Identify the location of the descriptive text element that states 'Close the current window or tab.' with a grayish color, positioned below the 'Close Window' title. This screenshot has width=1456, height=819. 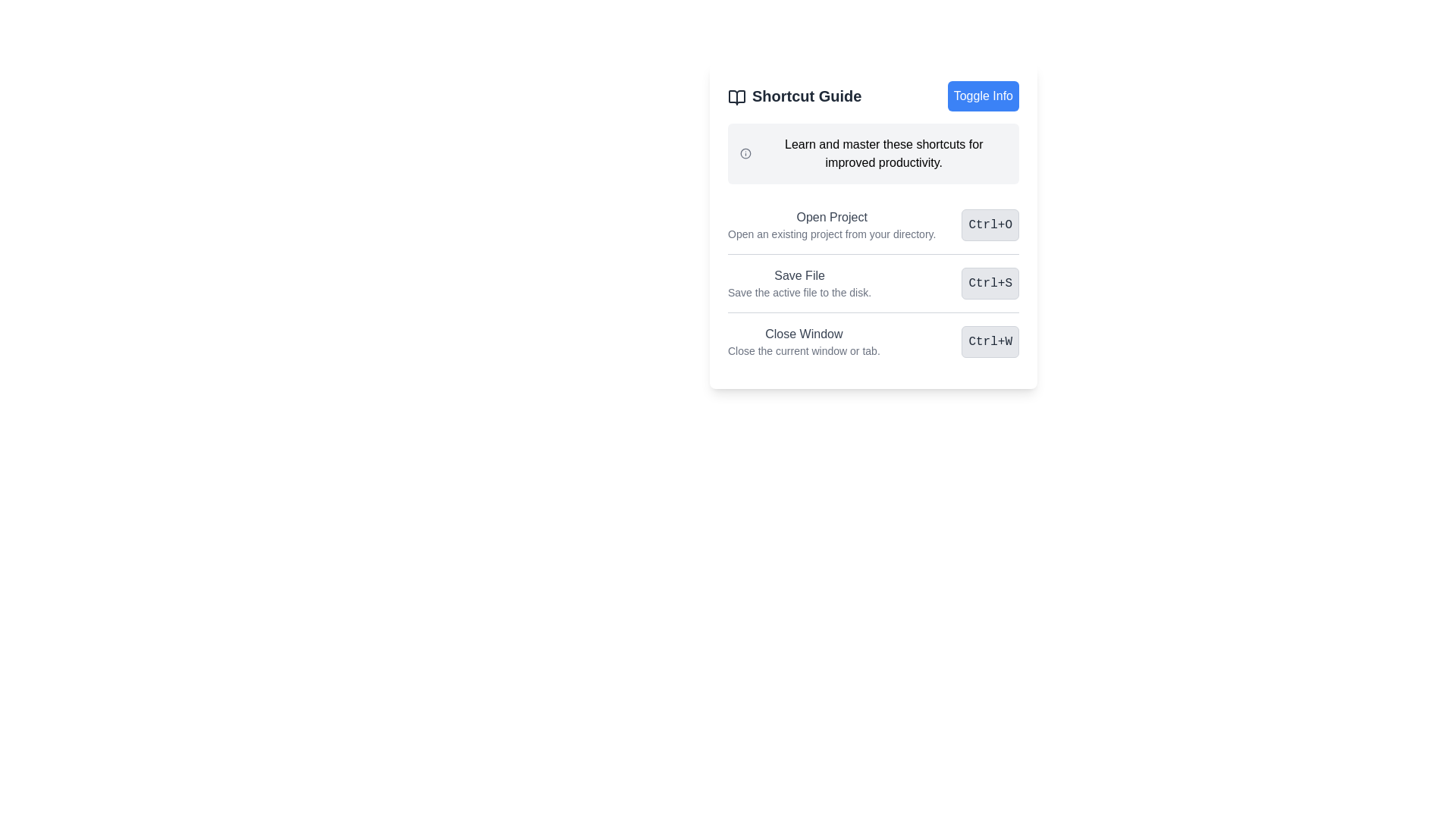
(803, 350).